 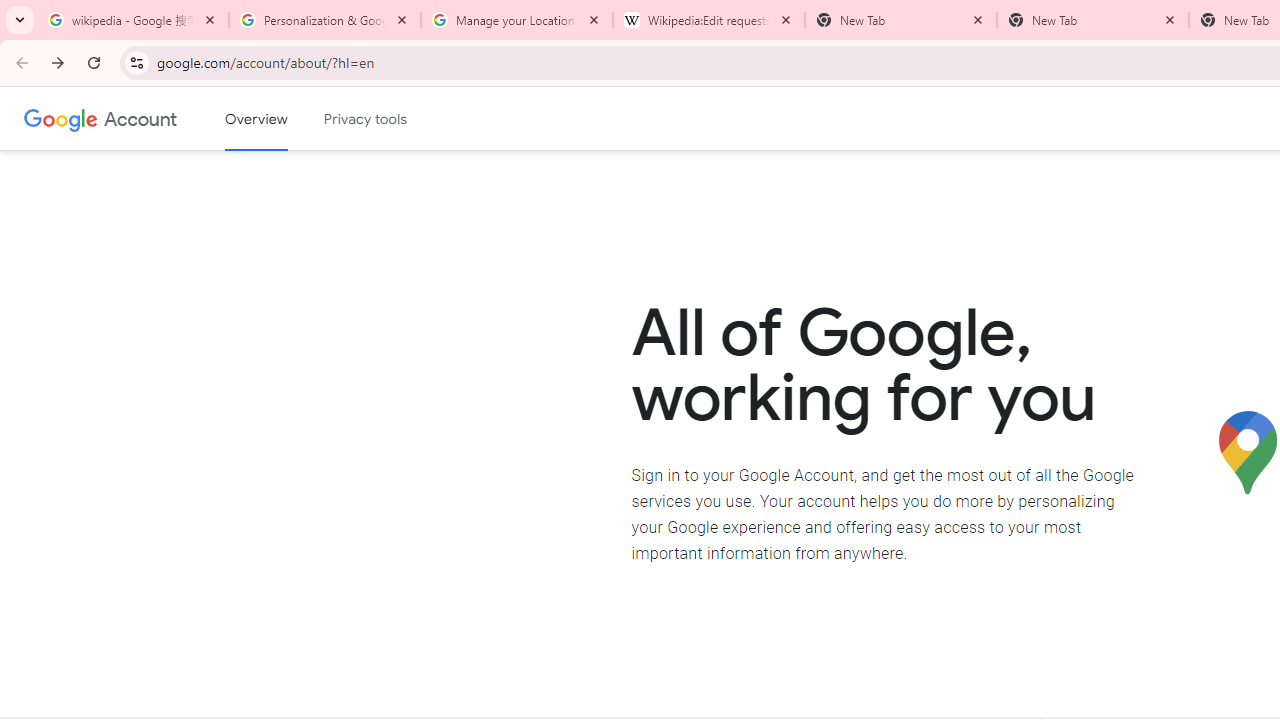 What do you see at coordinates (709, 20) in the screenshot?
I see `'Wikipedia:Edit requests - Wikipedia'` at bounding box center [709, 20].